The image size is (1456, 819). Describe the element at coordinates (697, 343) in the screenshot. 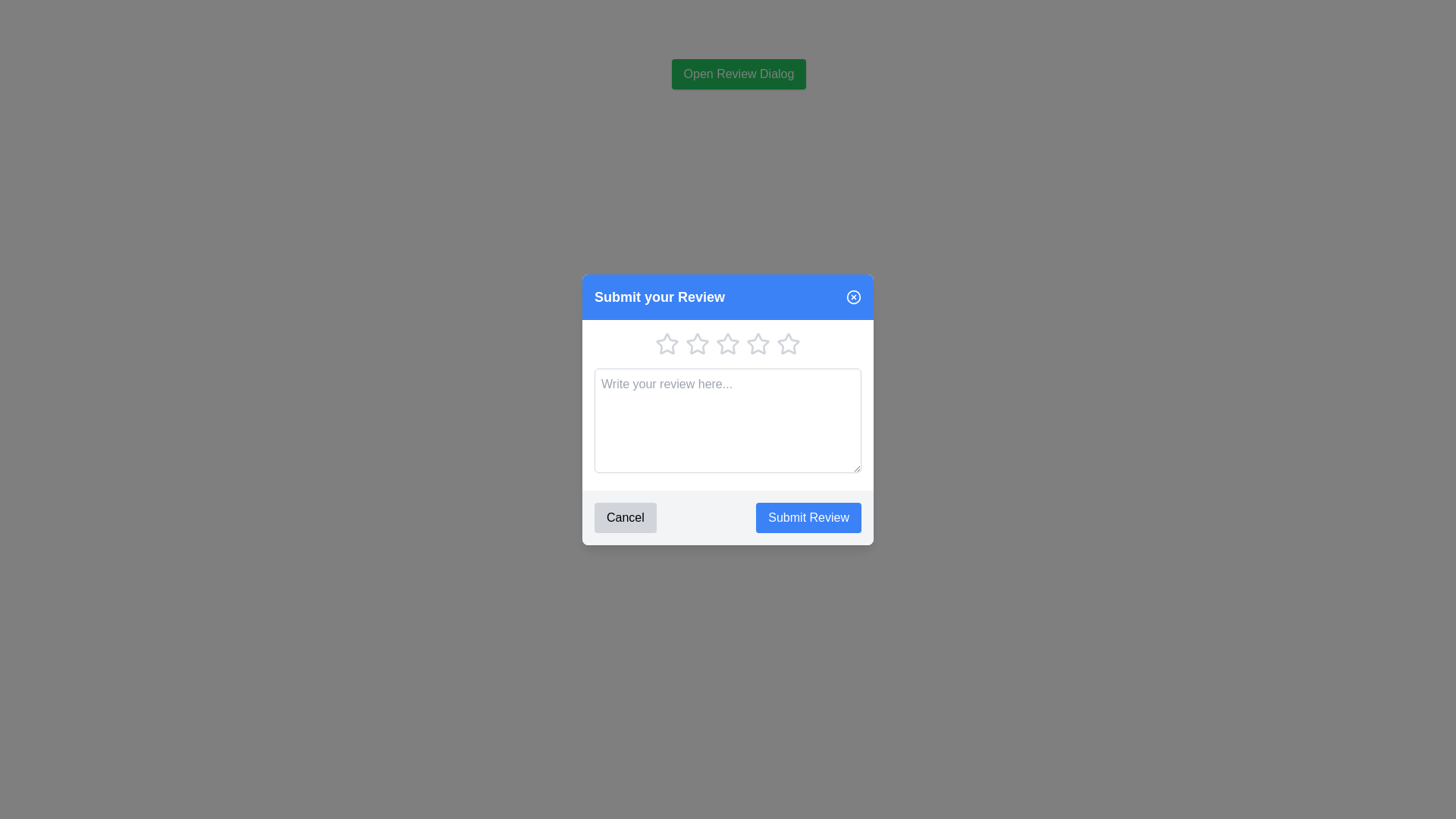

I see `the second star icon in the horizontal sequence of five star icons near the top center of the blue modal box labeled 'Submit your Review' for visual feedback` at that location.